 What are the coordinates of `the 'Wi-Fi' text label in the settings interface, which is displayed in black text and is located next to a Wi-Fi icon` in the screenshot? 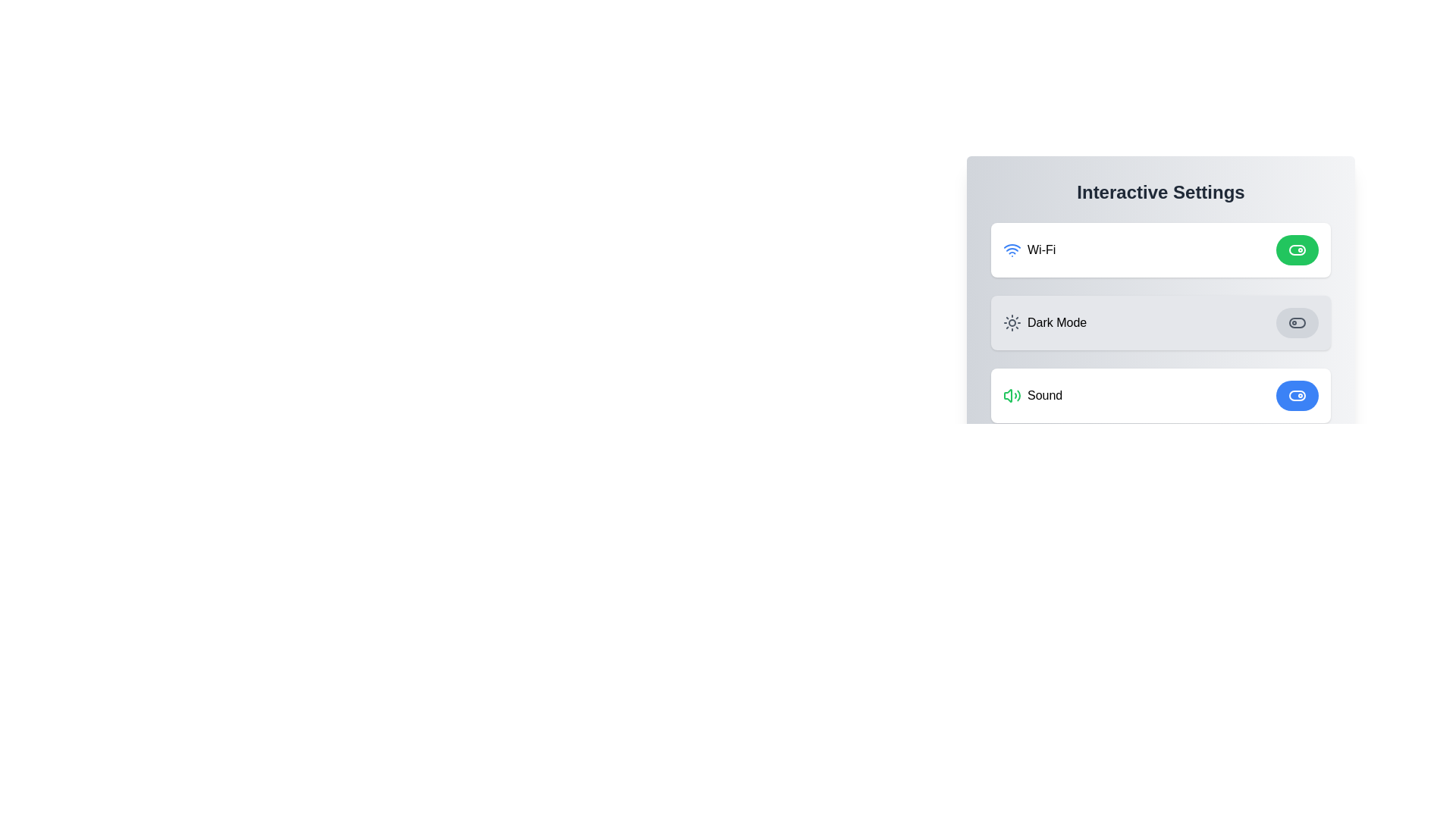 It's located at (1040, 249).